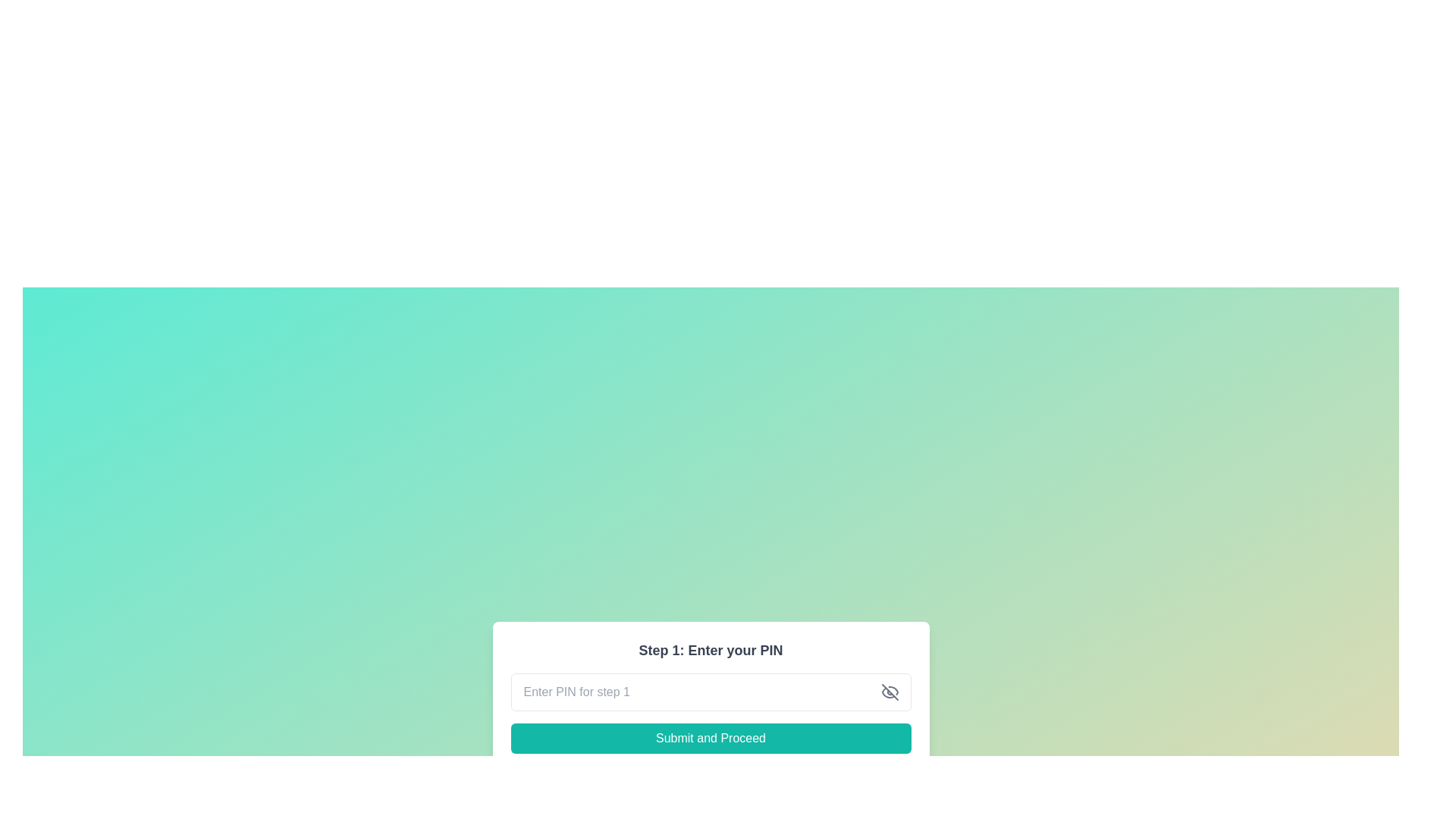 This screenshot has height=819, width=1456. What do you see at coordinates (890, 692) in the screenshot?
I see `the button that toggles the visibility of the password in the 'Enter PIN for step 1' input field` at bounding box center [890, 692].